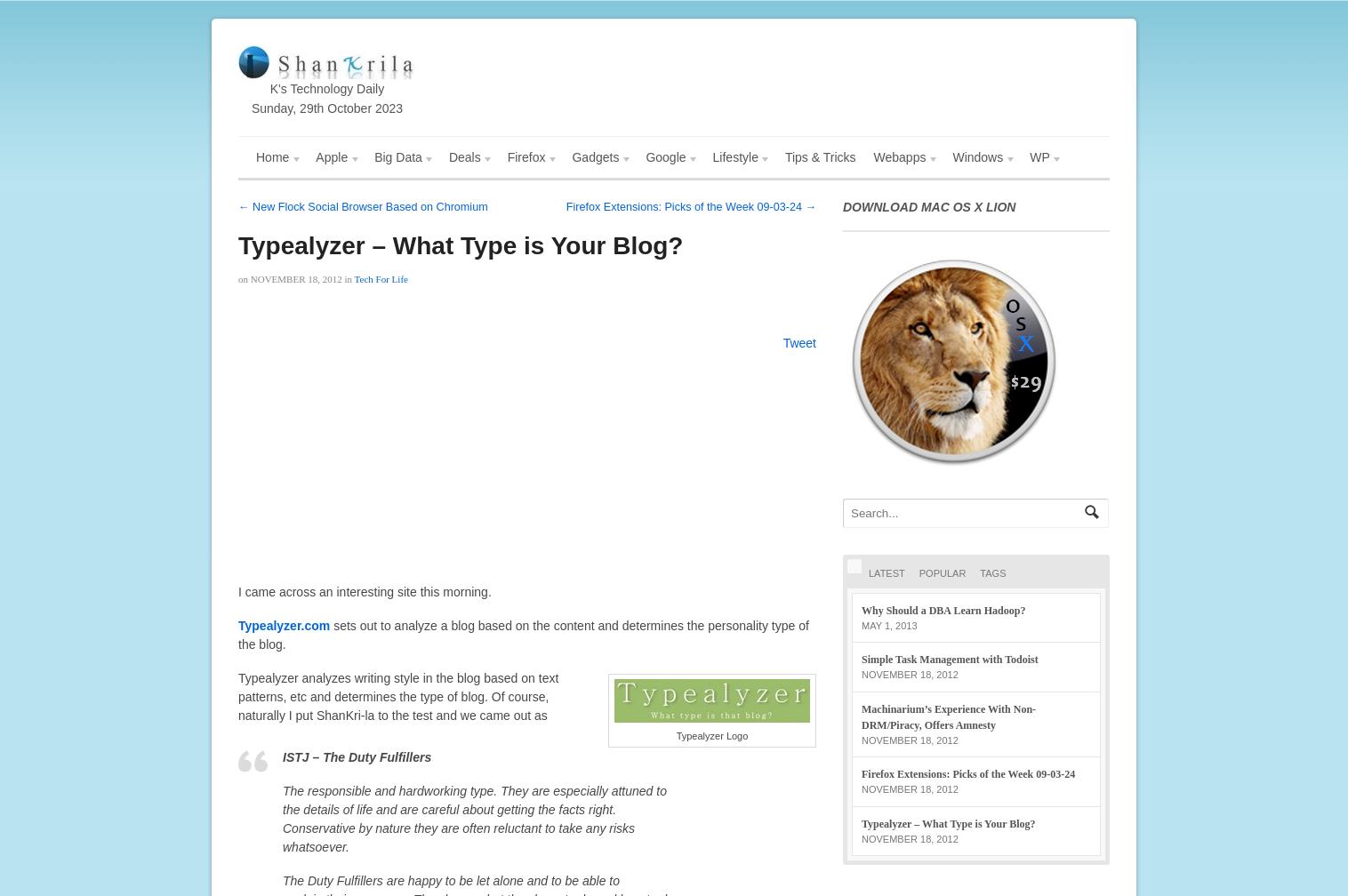 This screenshot has width=1348, height=896. What do you see at coordinates (665, 157) in the screenshot?
I see `'Google'` at bounding box center [665, 157].